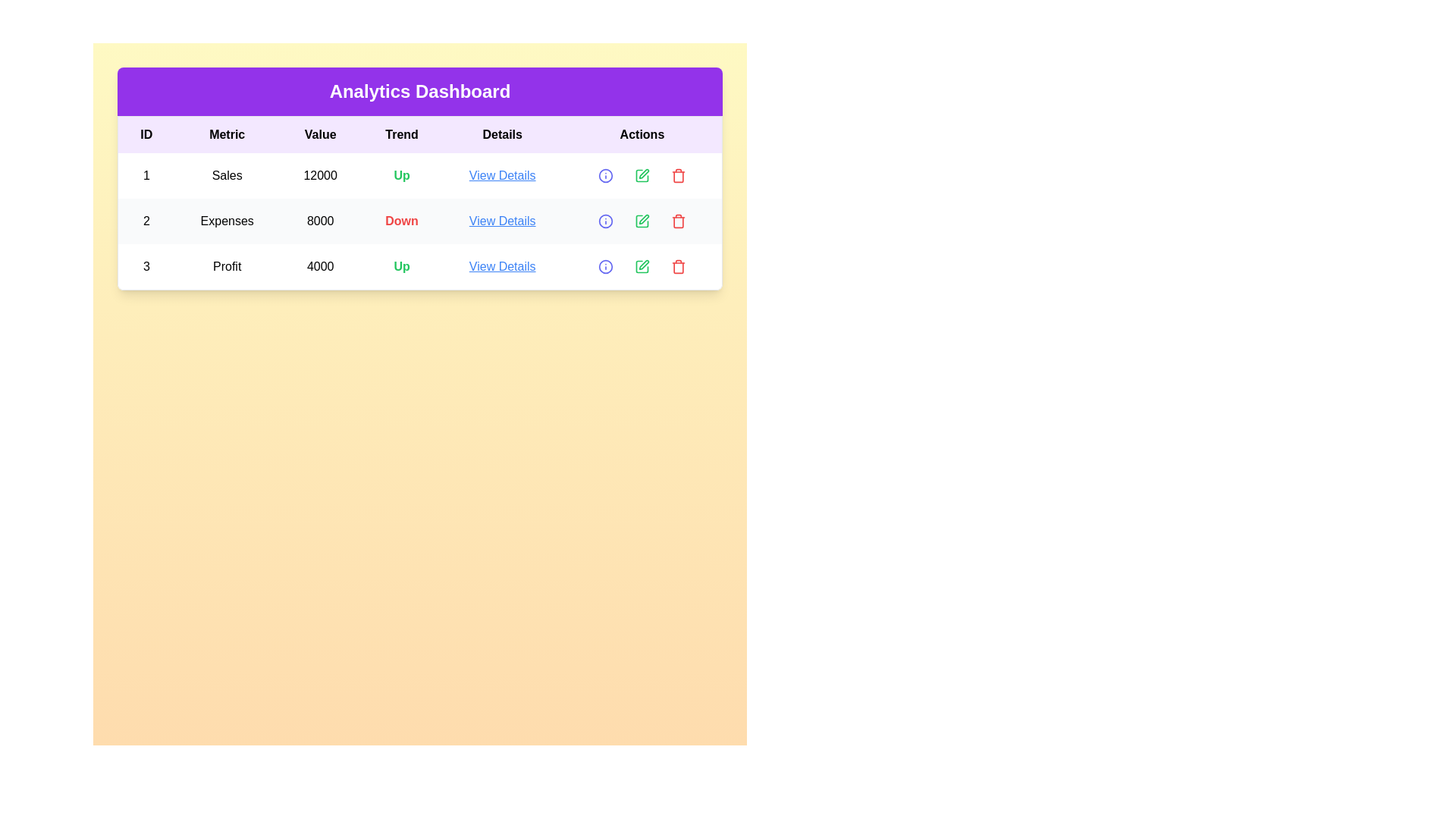 The image size is (1456, 819). Describe the element at coordinates (642, 265) in the screenshot. I see `the green edit action button, which is represented by a square with a pen icon` at that location.